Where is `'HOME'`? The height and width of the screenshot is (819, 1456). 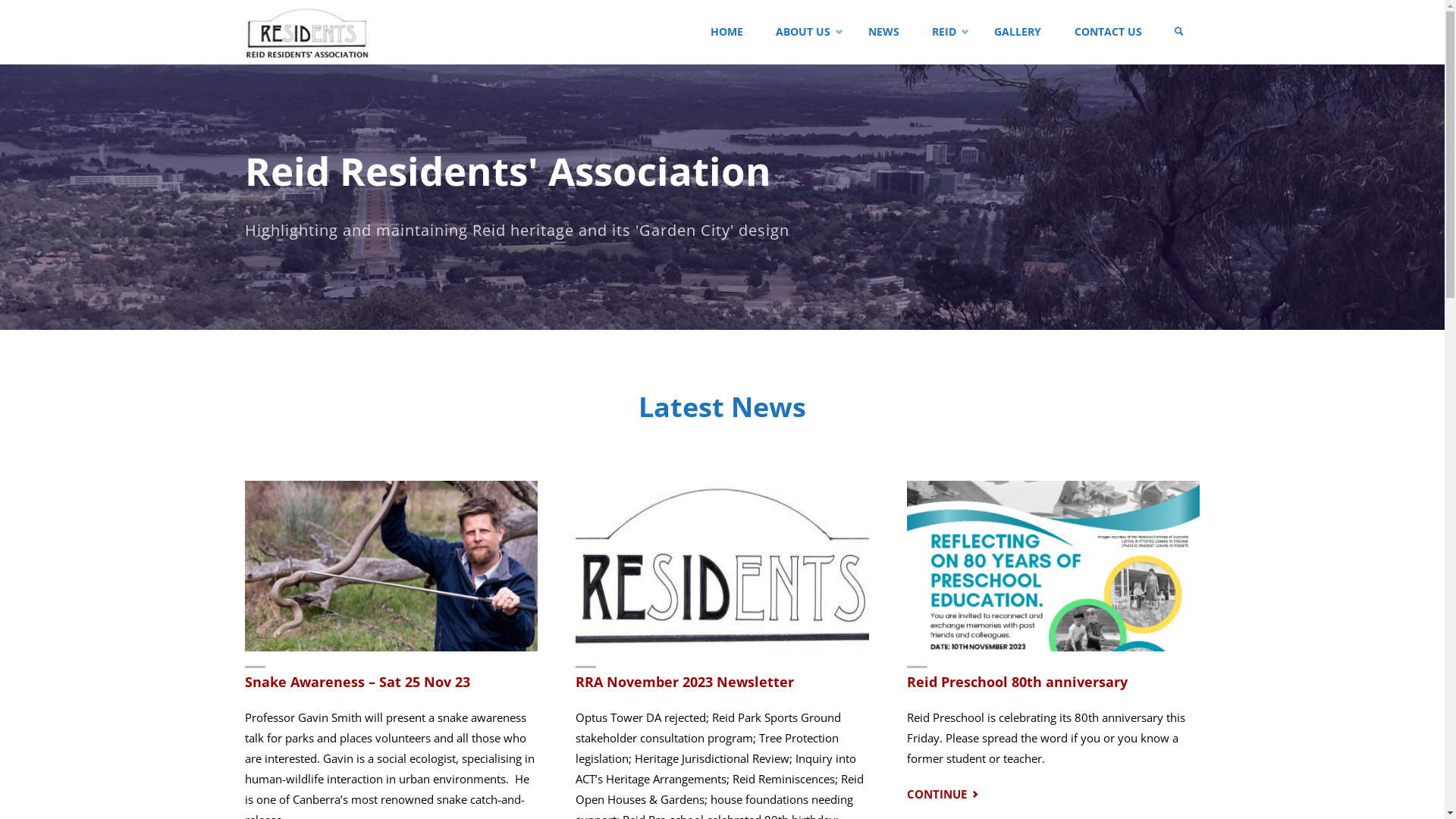 'HOME' is located at coordinates (726, 32).